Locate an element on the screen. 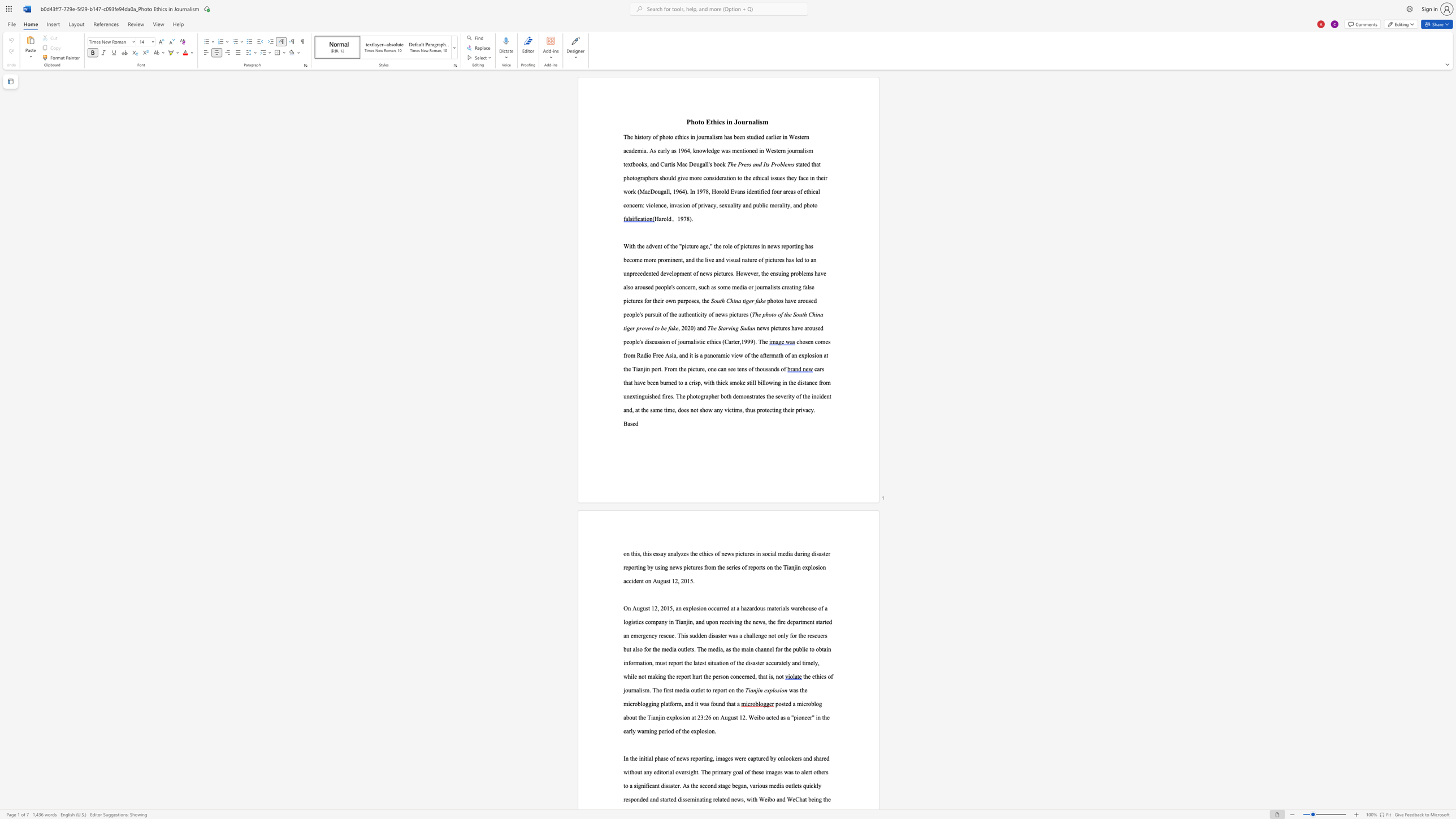 The width and height of the screenshot is (1456, 819). the subset text "ews, the fire department started an emergency r" within the text "company in Tianjin, and upon receiving the news, the fire department started an emergency rescue. This sudden disaster was a challenge not only for the rescuers but also for the media outlets. The media, as the main channel for the public to obtain information, must report the latest situation of the disaster accurately and" is located at coordinates (755, 621).